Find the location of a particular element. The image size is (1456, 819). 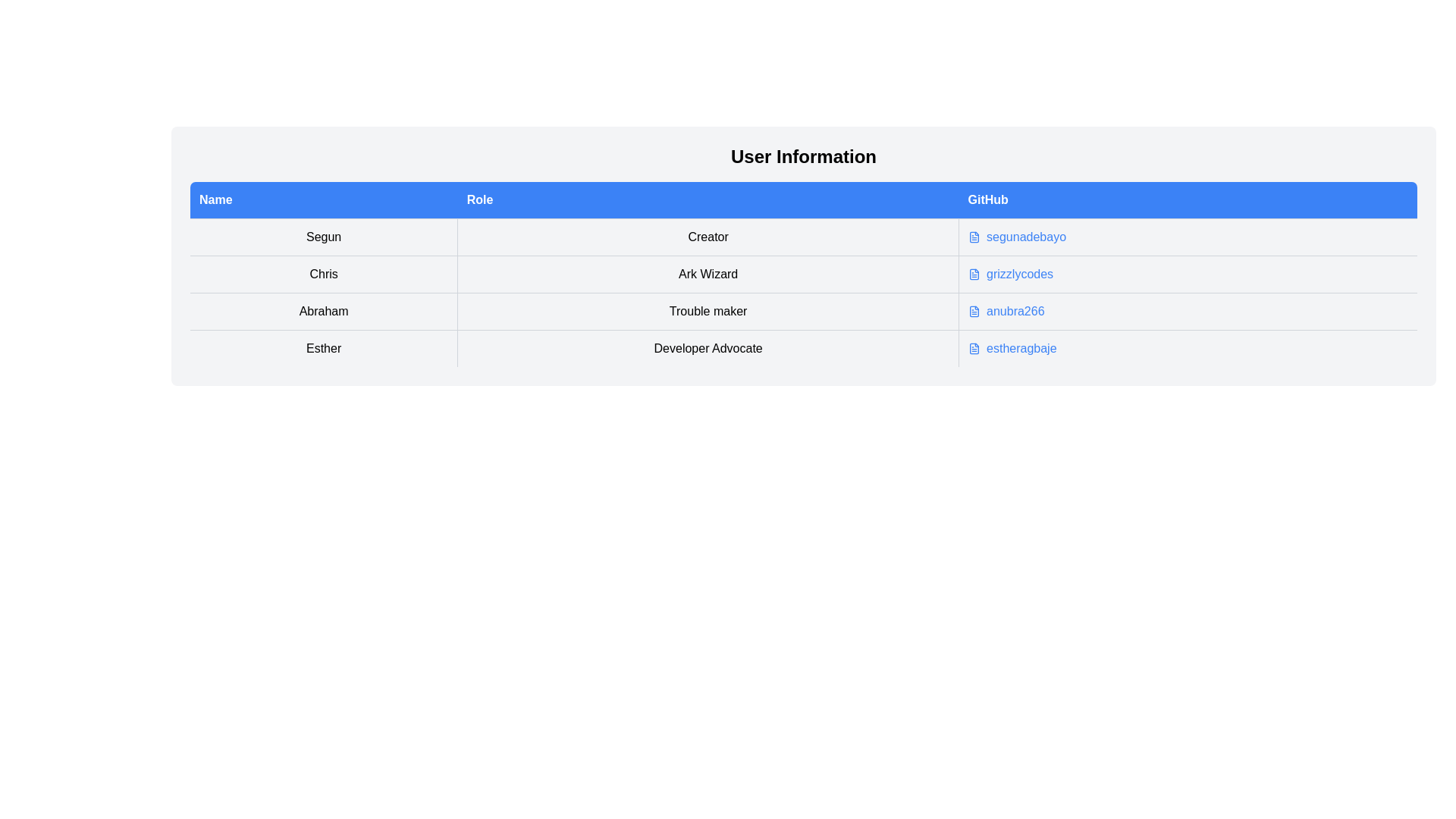

interactive link for 'estheragbaje' located in the fourth row under the 'GitHub' column, positioned to the far right of the row is located at coordinates (1188, 348).